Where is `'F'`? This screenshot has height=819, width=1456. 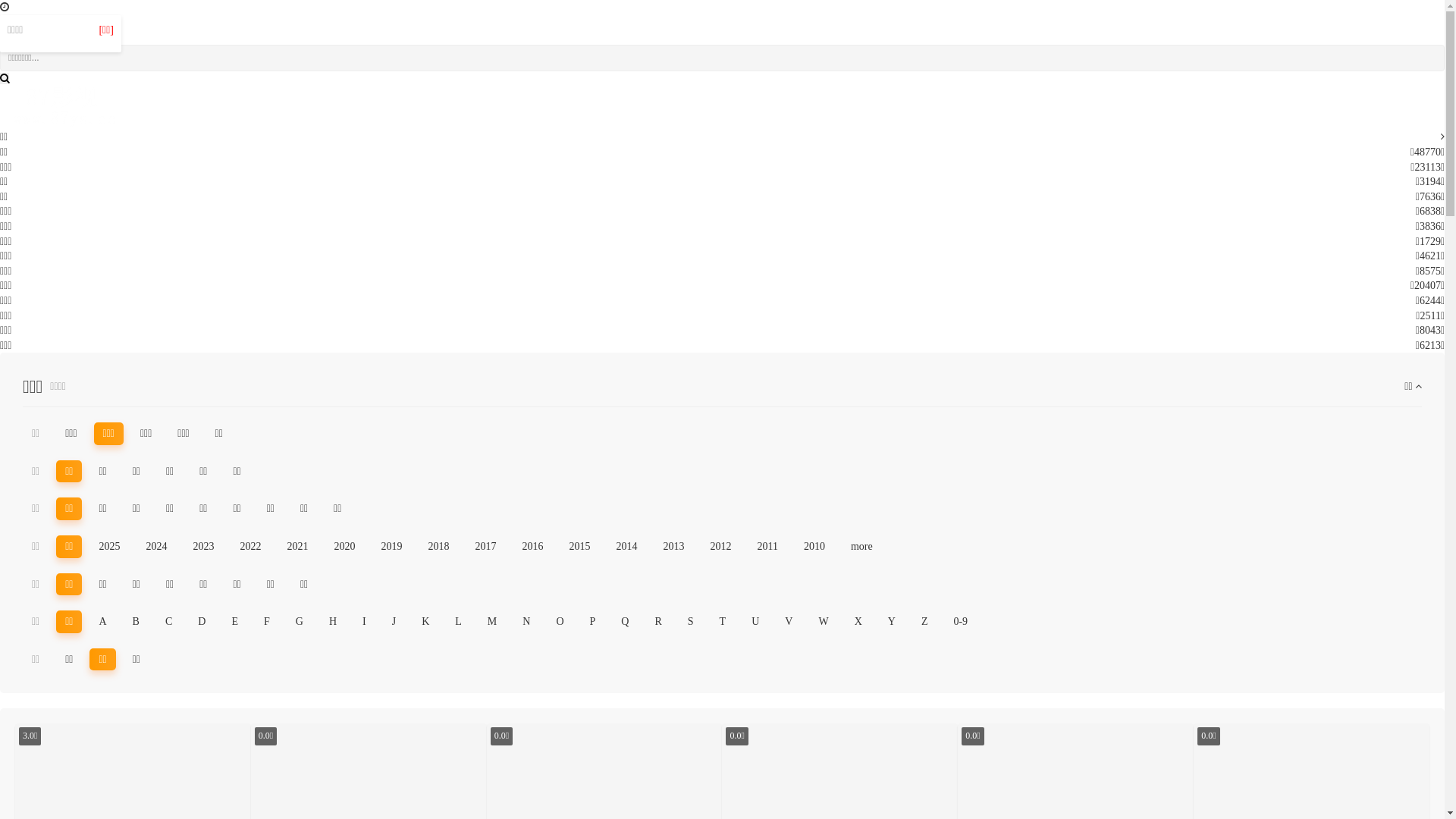 'F' is located at coordinates (266, 622).